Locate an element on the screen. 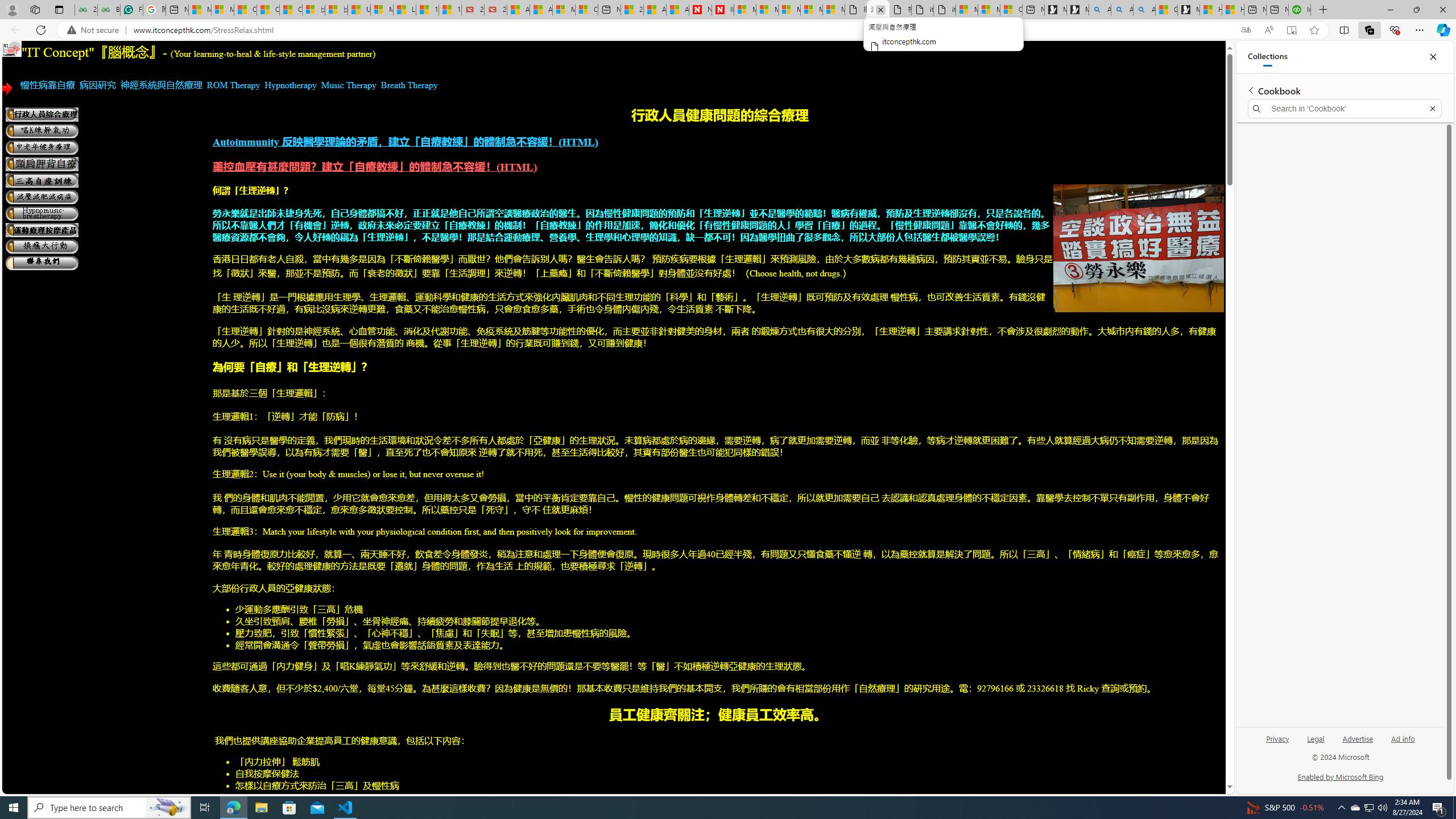 The height and width of the screenshot is (819, 1456). 'Not secure' is located at coordinates (95, 30).